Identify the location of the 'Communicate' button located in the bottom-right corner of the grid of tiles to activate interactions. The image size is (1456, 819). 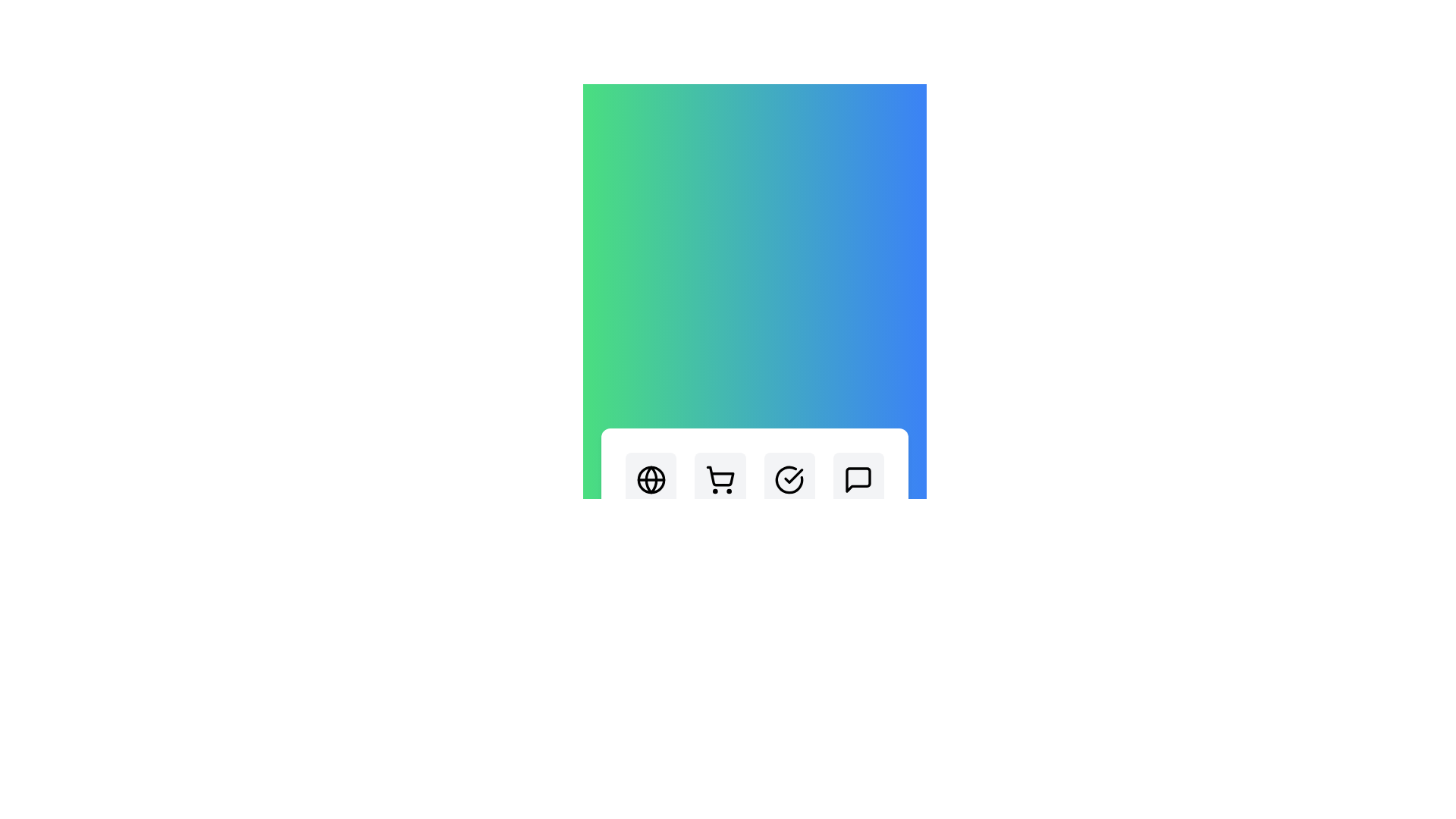
(858, 494).